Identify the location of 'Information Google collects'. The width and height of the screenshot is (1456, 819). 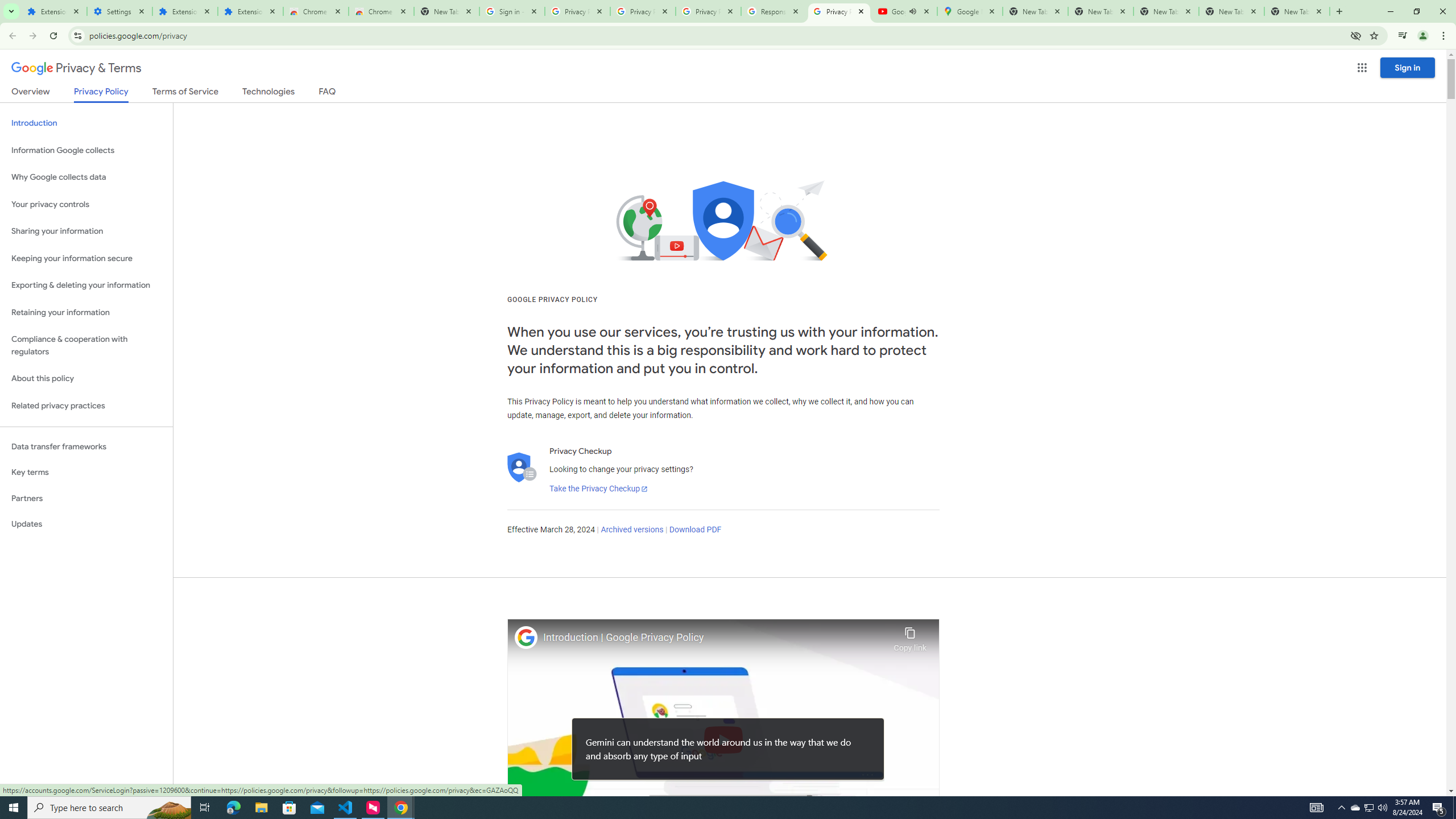
(86, 150).